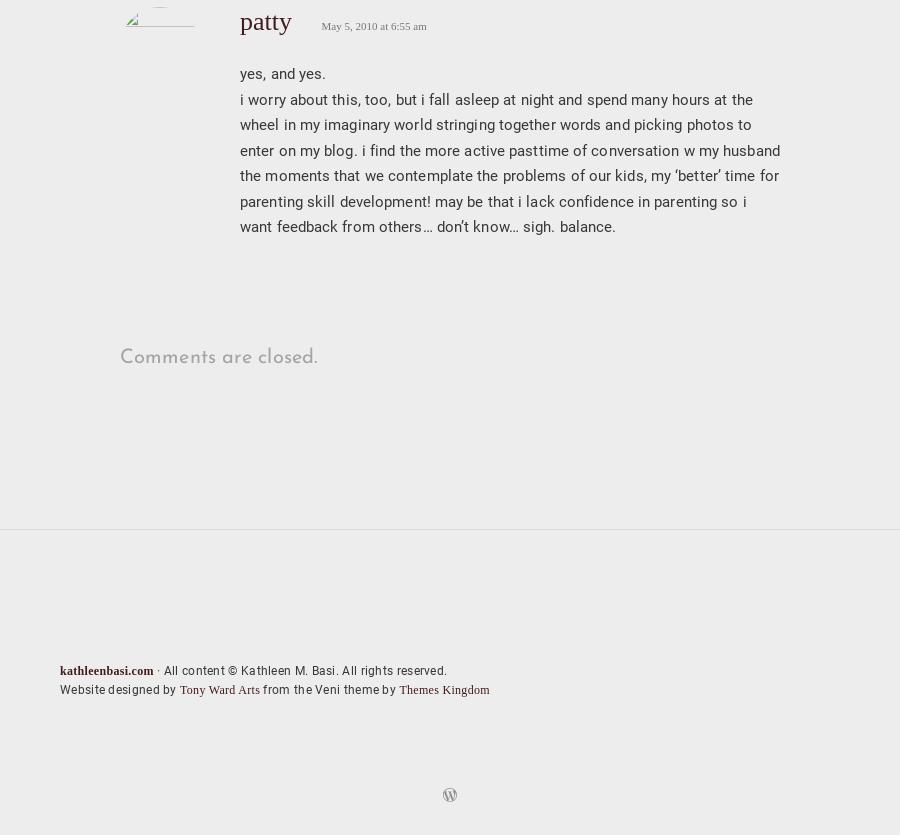 This screenshot has height=835, width=900. I want to click on 'May 5, 2010 at 6:55 am', so click(320, 25).